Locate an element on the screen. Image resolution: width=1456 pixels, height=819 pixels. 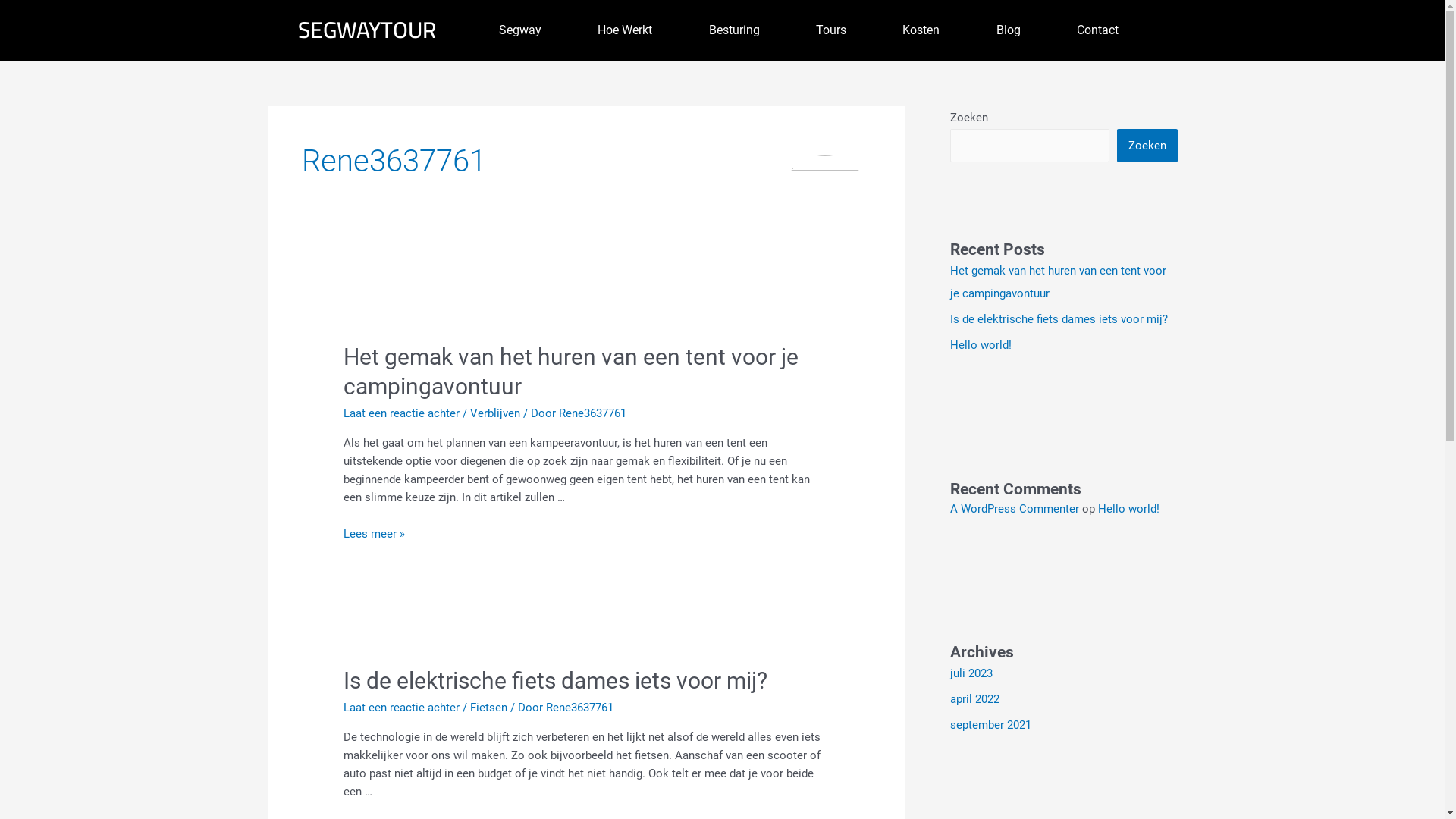
'Hello world!' is located at coordinates (1128, 509).